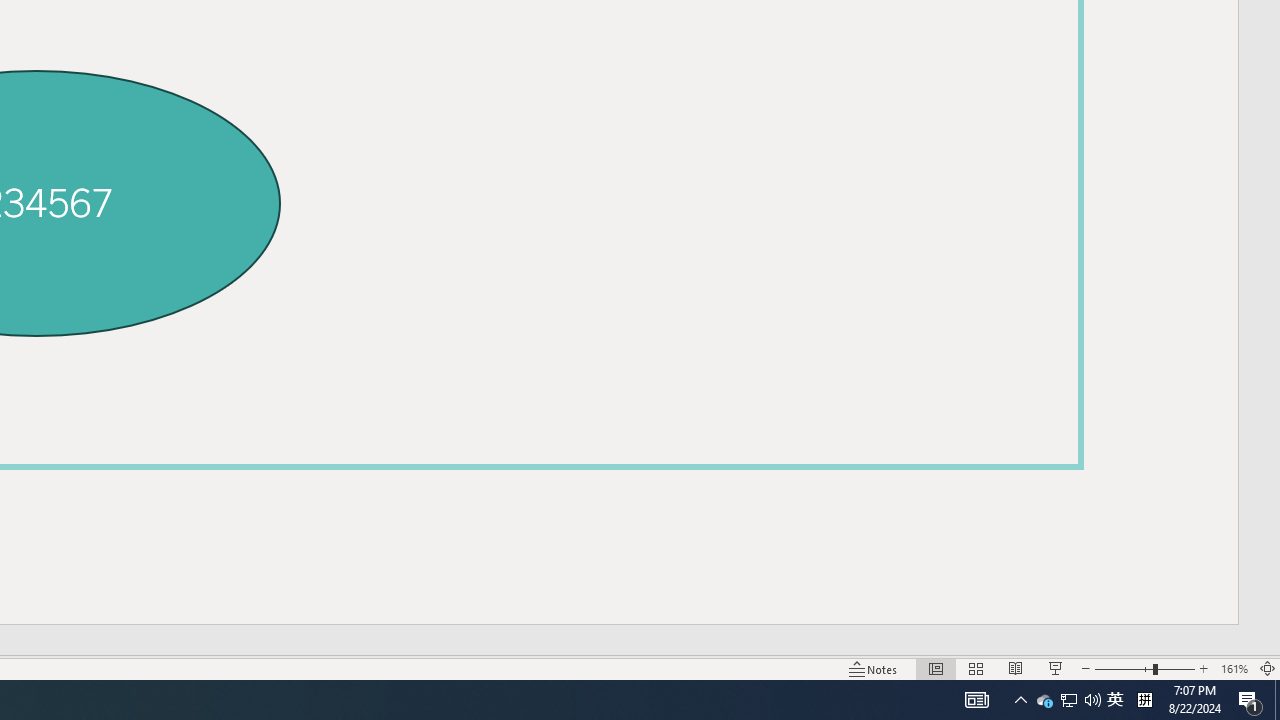 The image size is (1280, 720). I want to click on 'Zoom 161%', so click(1233, 669).